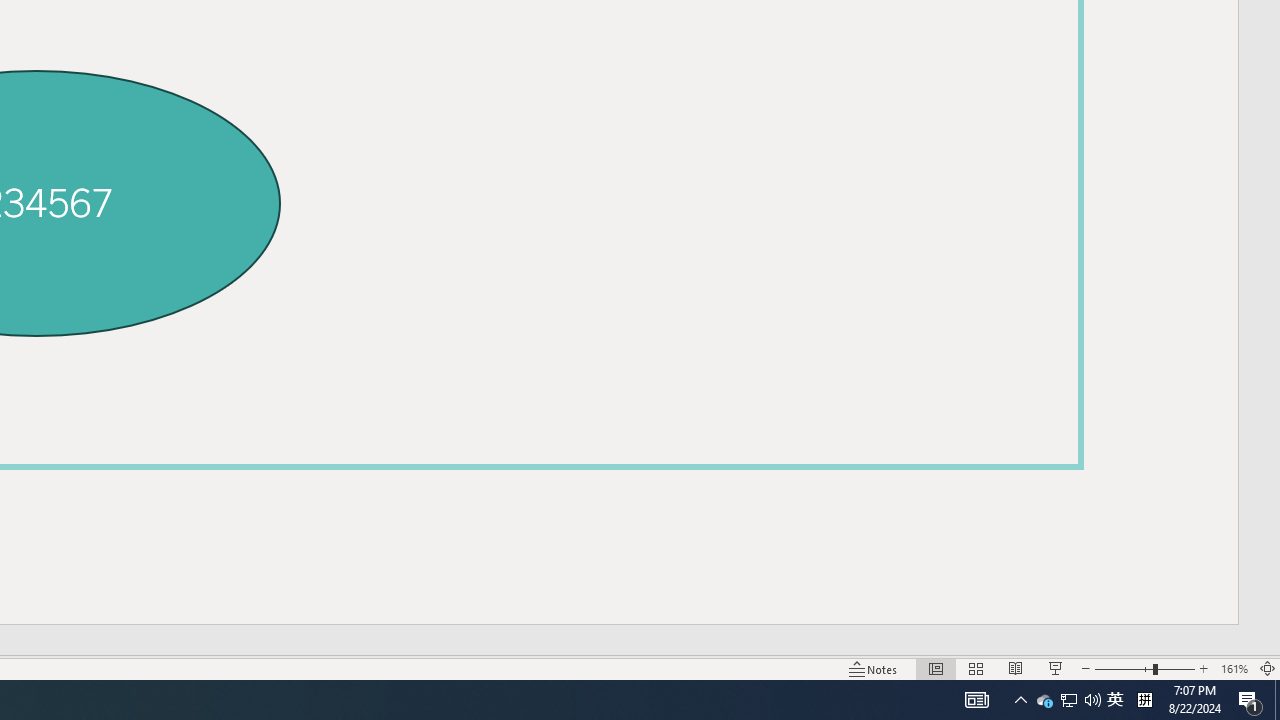 The image size is (1280, 720). I want to click on 'Zoom 161%', so click(1233, 669).